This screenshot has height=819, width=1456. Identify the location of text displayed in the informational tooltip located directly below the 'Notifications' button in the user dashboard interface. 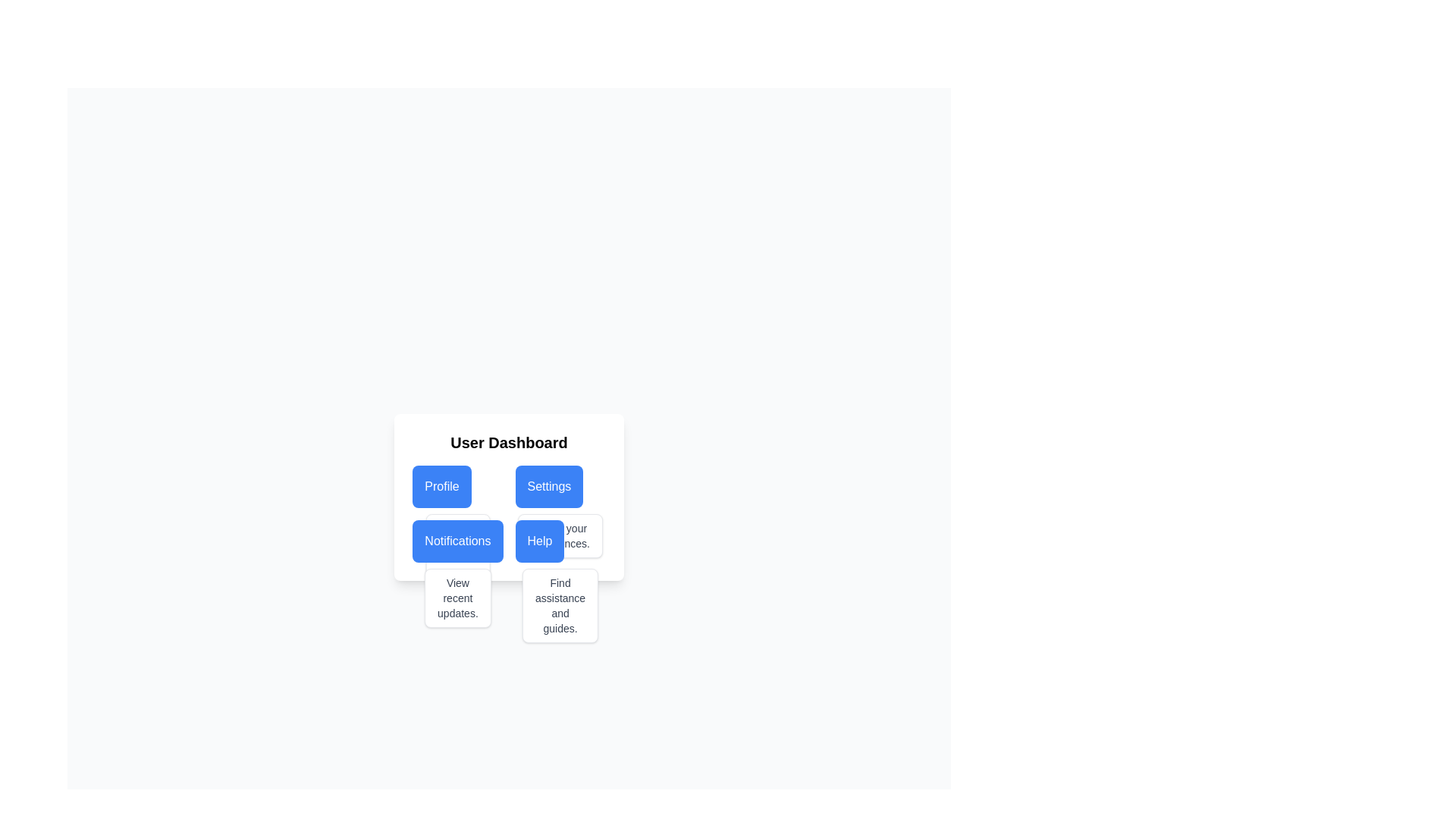
(457, 598).